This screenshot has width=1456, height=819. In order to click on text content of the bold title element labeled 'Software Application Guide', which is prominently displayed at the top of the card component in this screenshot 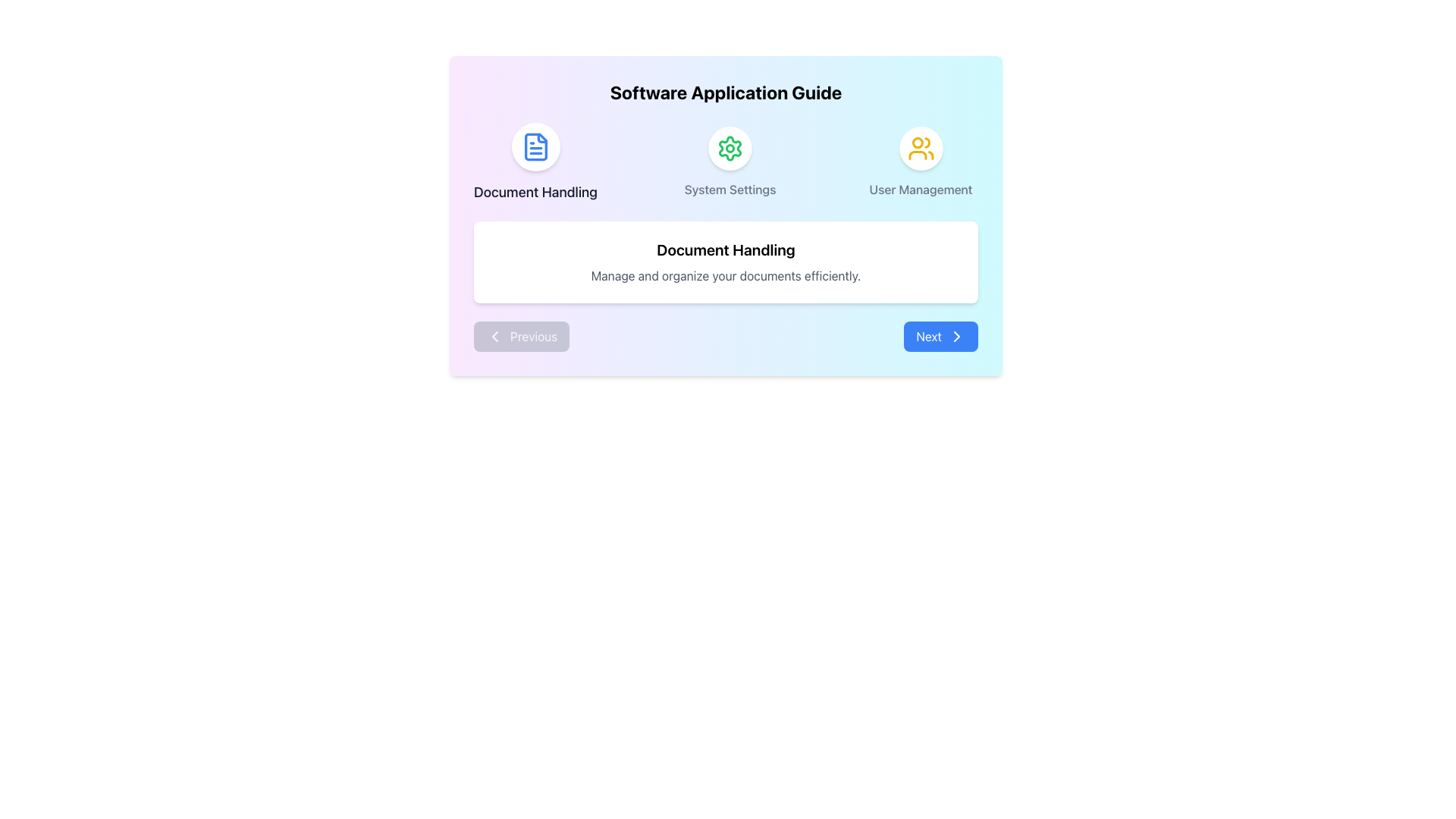, I will do `click(725, 93)`.